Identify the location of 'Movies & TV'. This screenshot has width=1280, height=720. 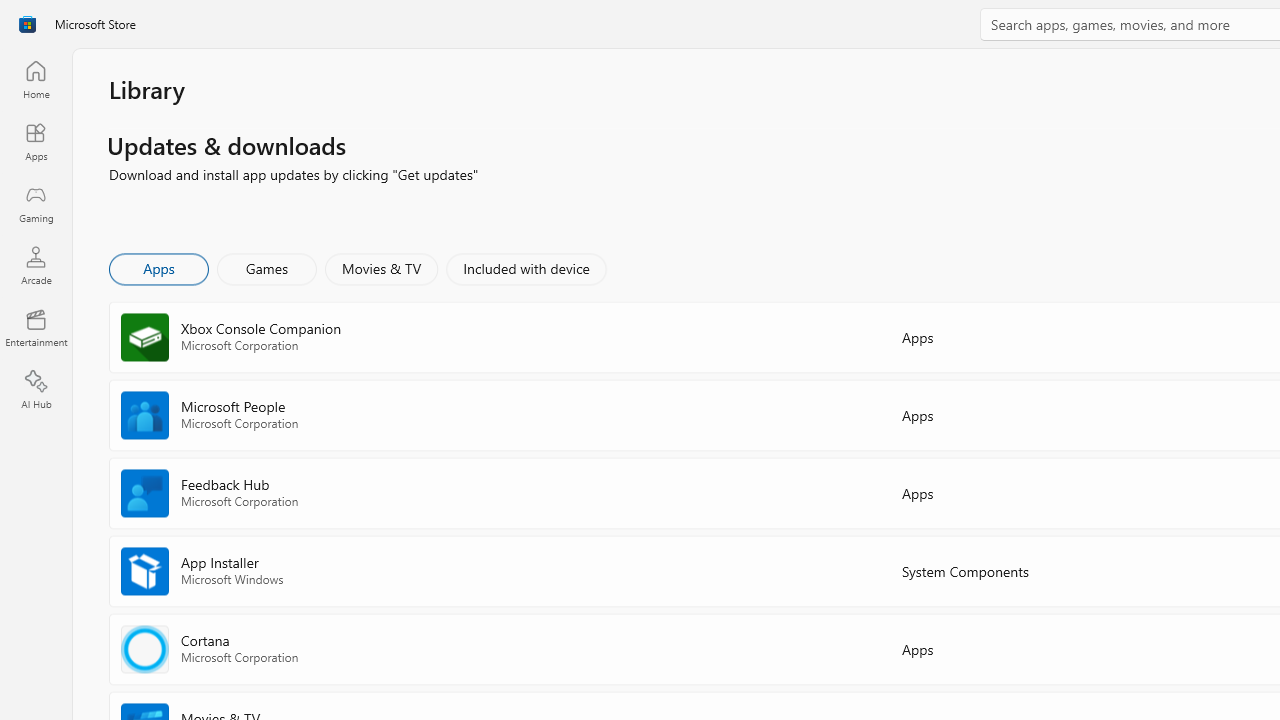
(381, 267).